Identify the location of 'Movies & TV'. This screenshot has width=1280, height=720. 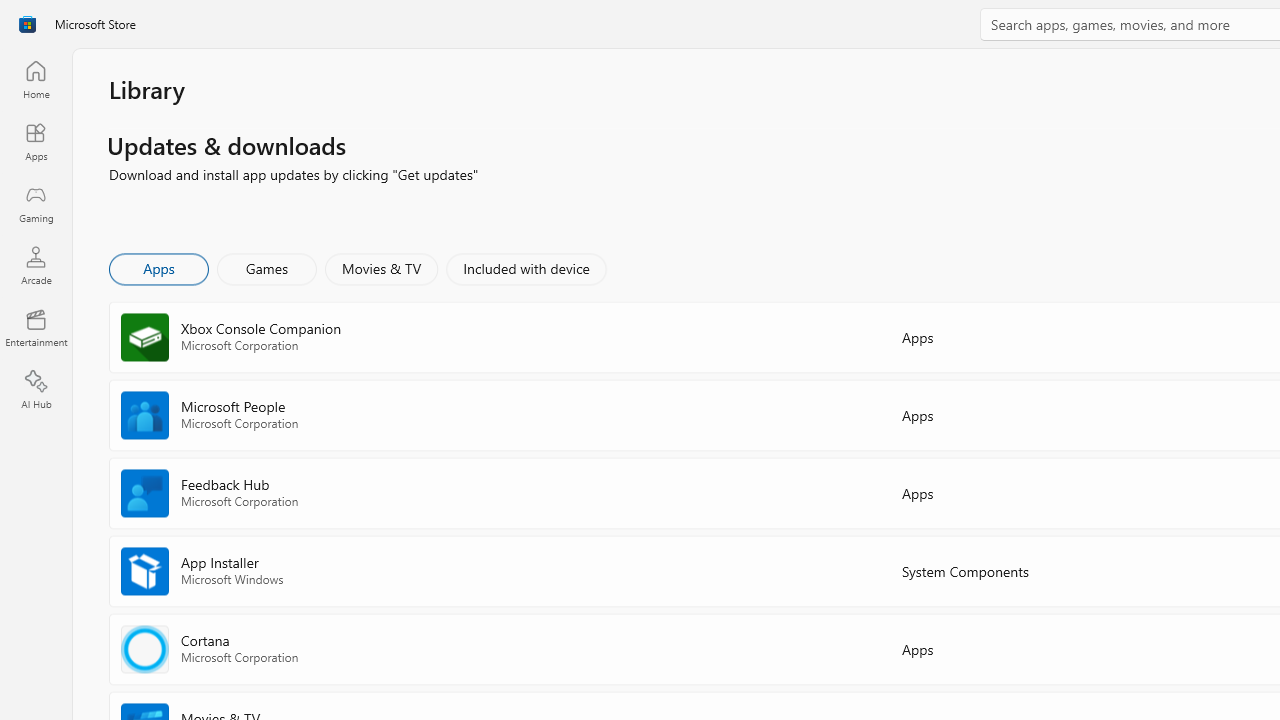
(381, 267).